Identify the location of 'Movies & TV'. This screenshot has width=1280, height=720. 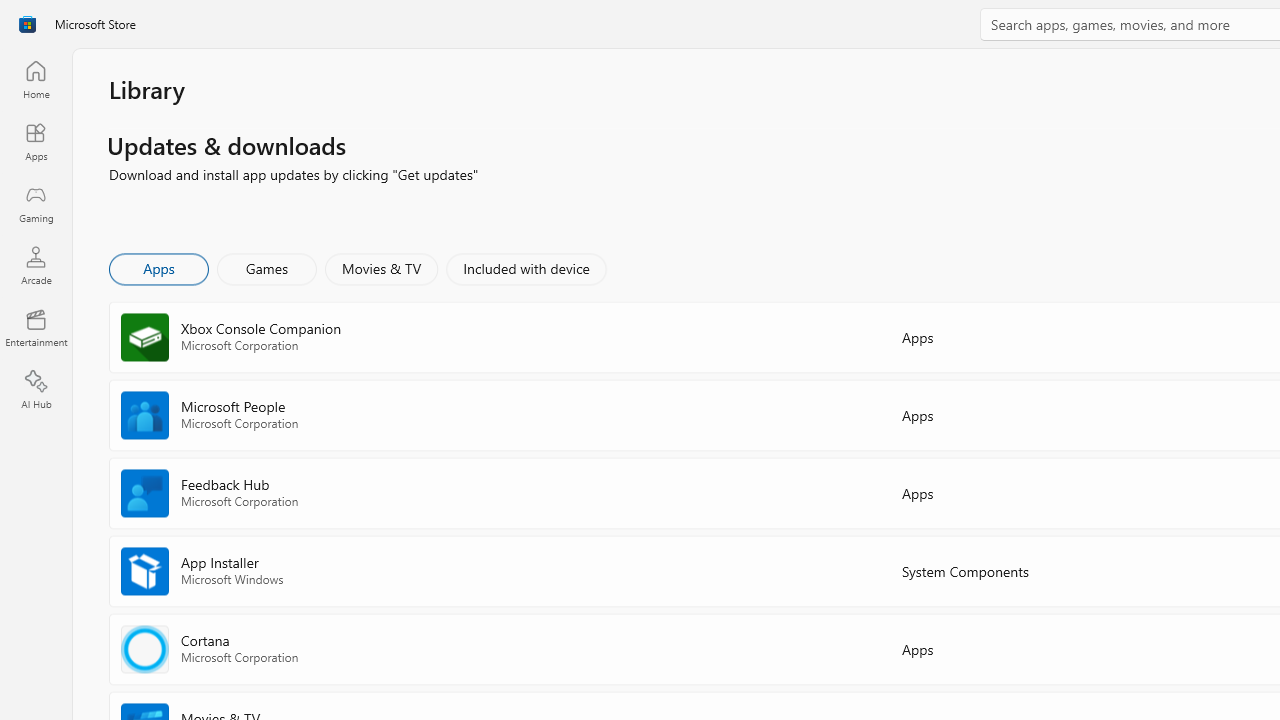
(381, 267).